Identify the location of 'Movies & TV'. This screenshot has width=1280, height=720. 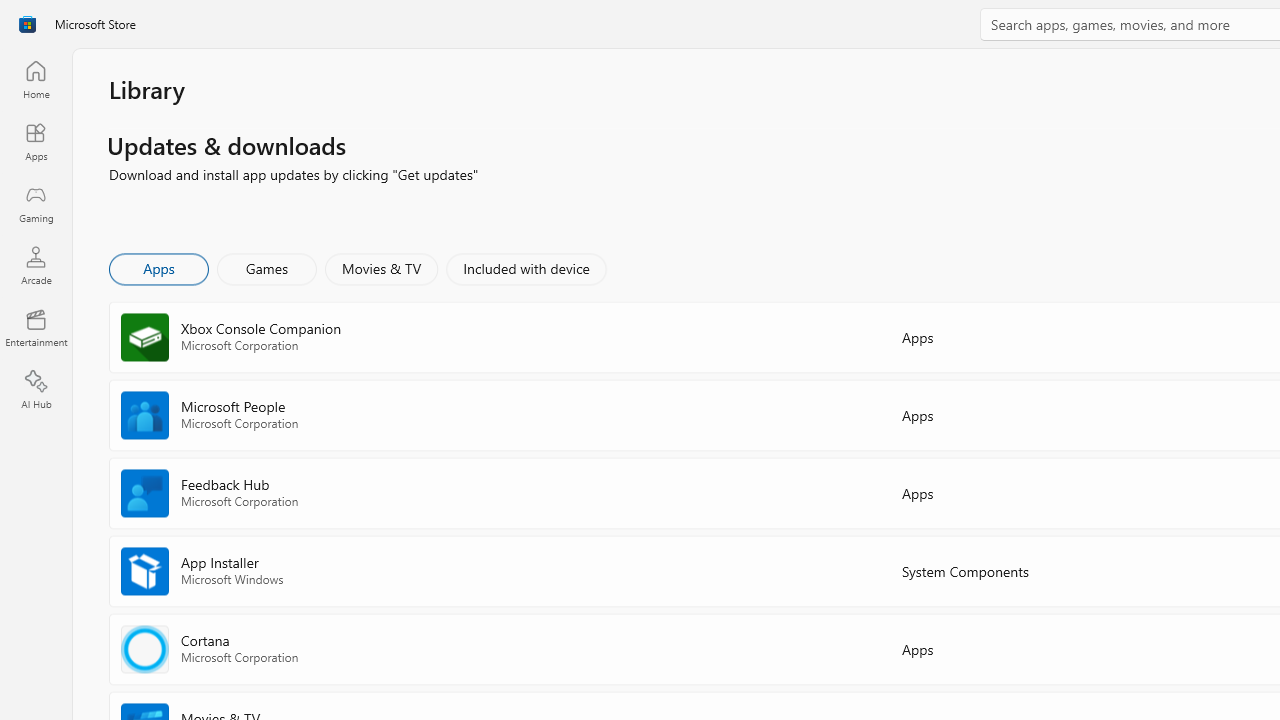
(381, 267).